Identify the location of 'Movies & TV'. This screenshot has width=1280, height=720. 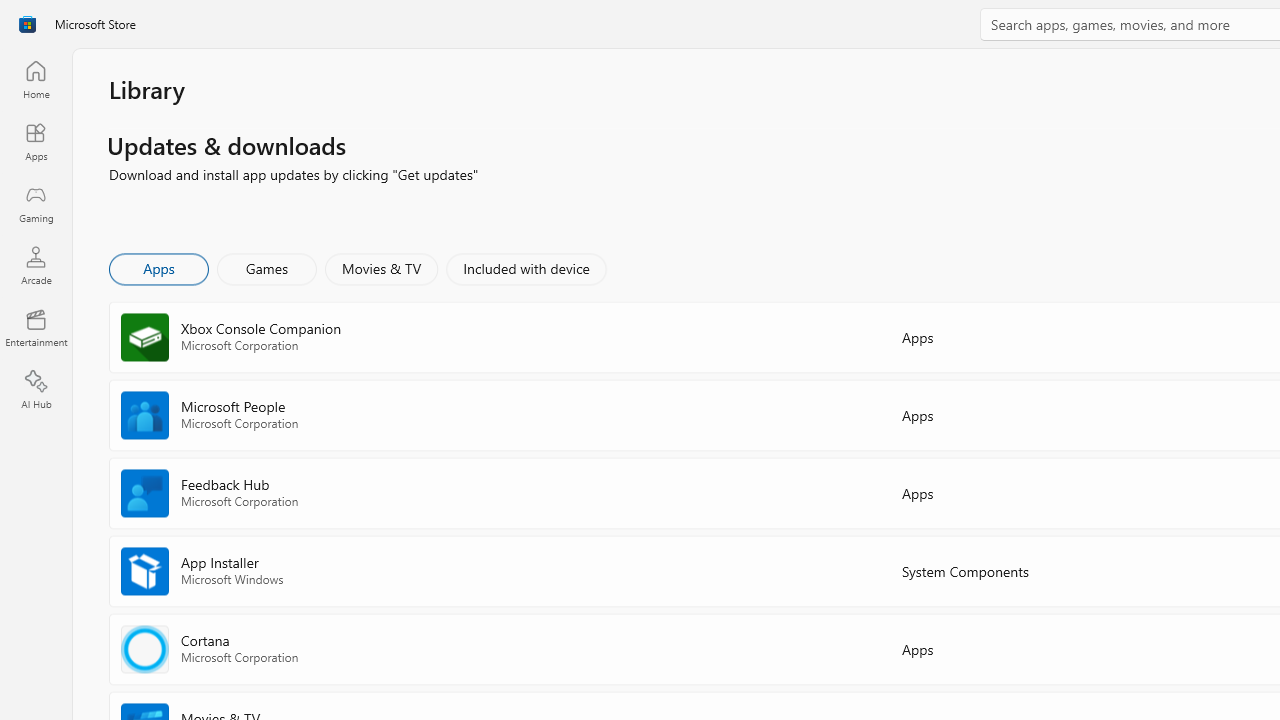
(381, 267).